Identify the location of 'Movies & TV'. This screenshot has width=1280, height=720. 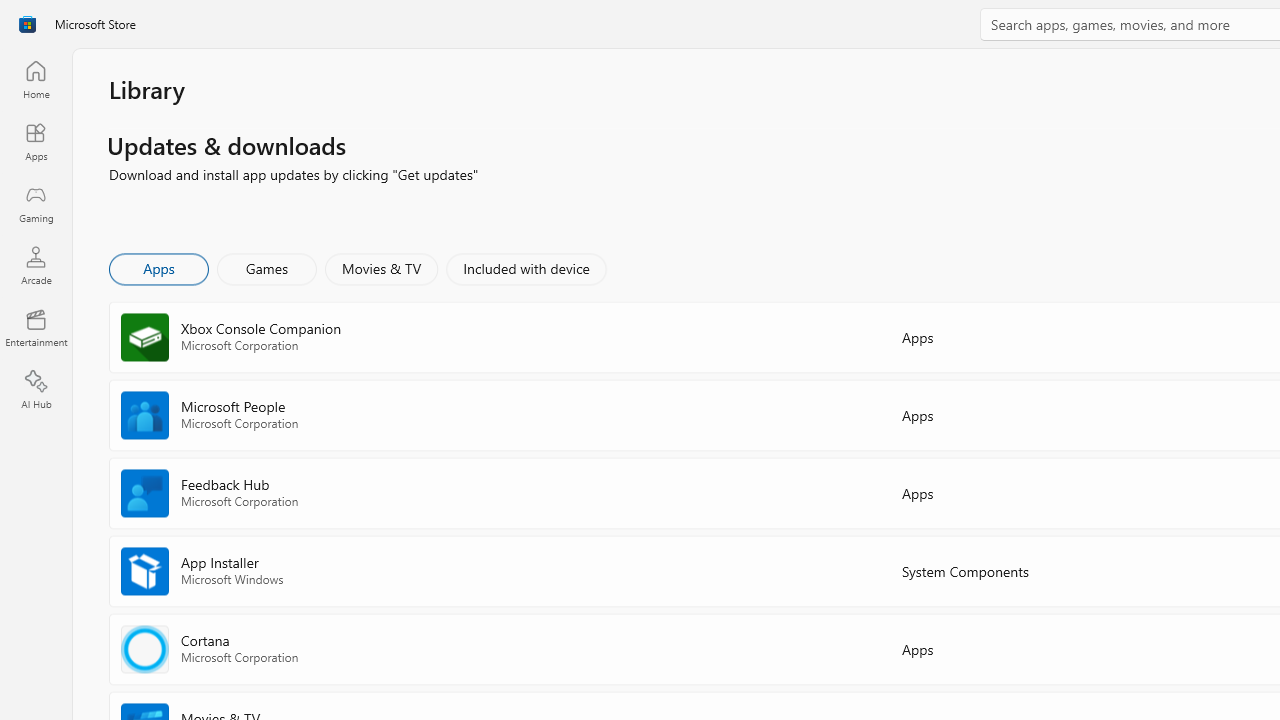
(381, 267).